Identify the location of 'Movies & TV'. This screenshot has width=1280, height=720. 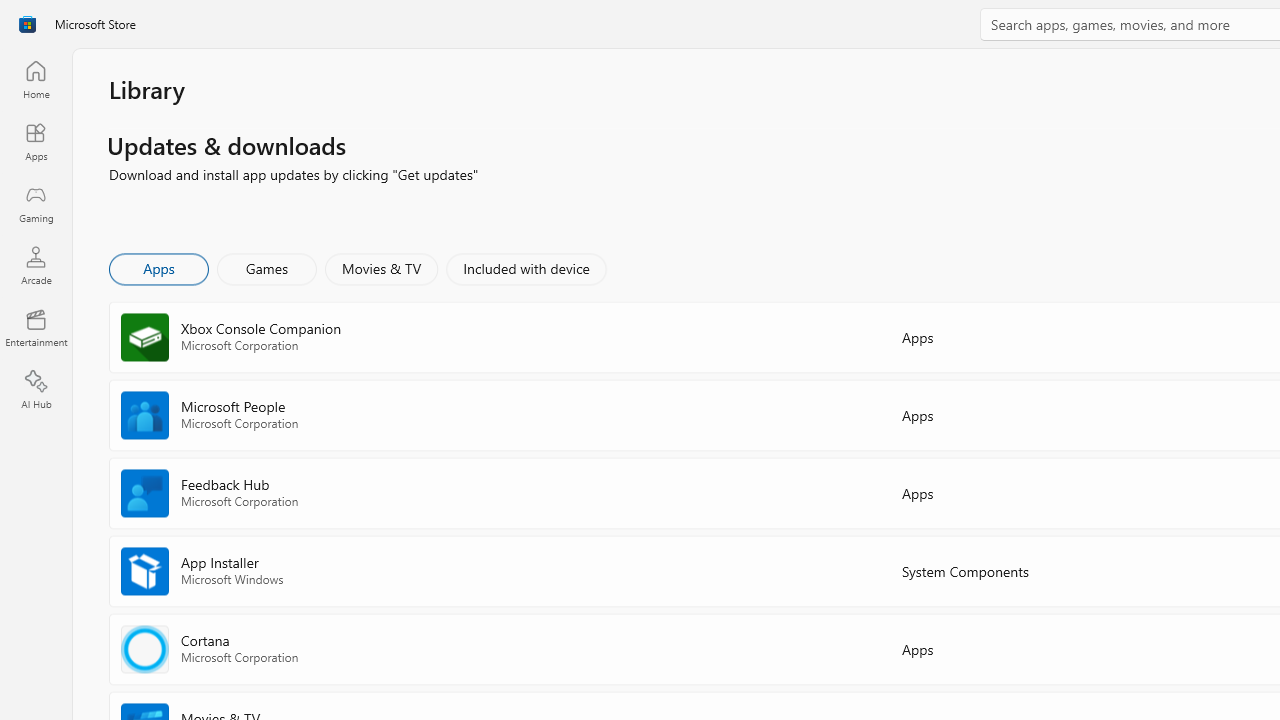
(381, 267).